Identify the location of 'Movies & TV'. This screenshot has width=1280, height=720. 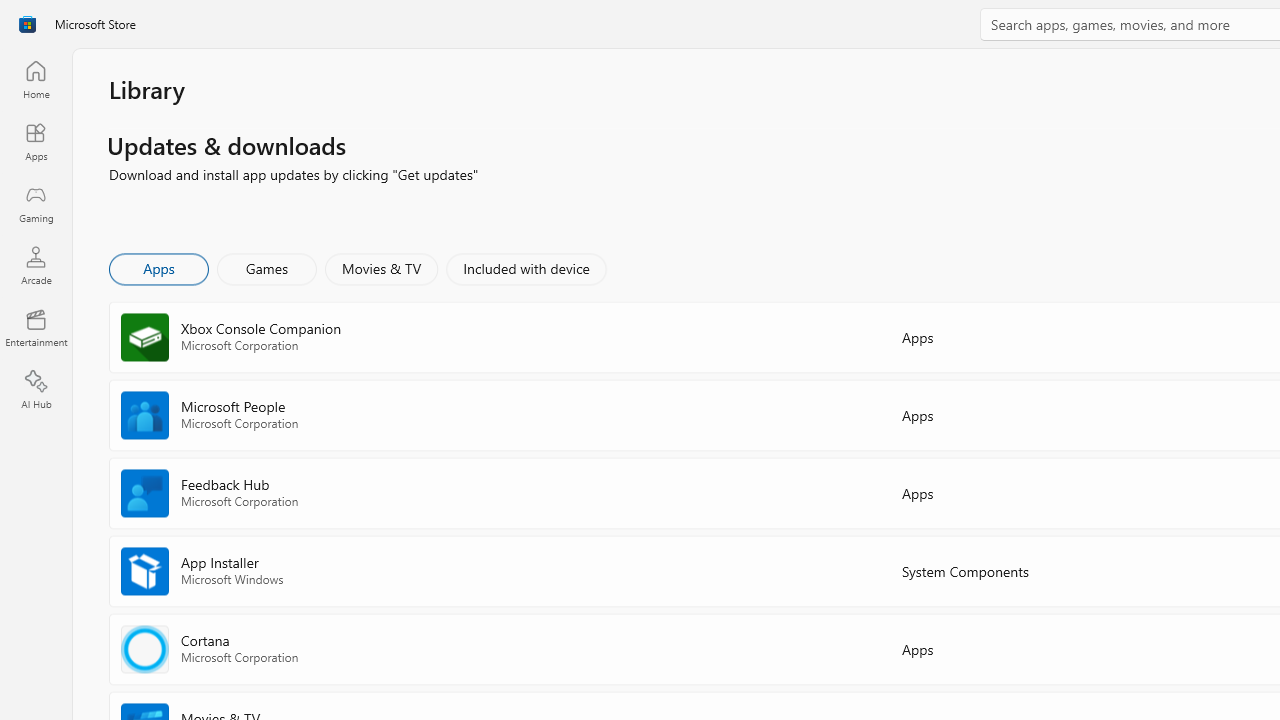
(381, 267).